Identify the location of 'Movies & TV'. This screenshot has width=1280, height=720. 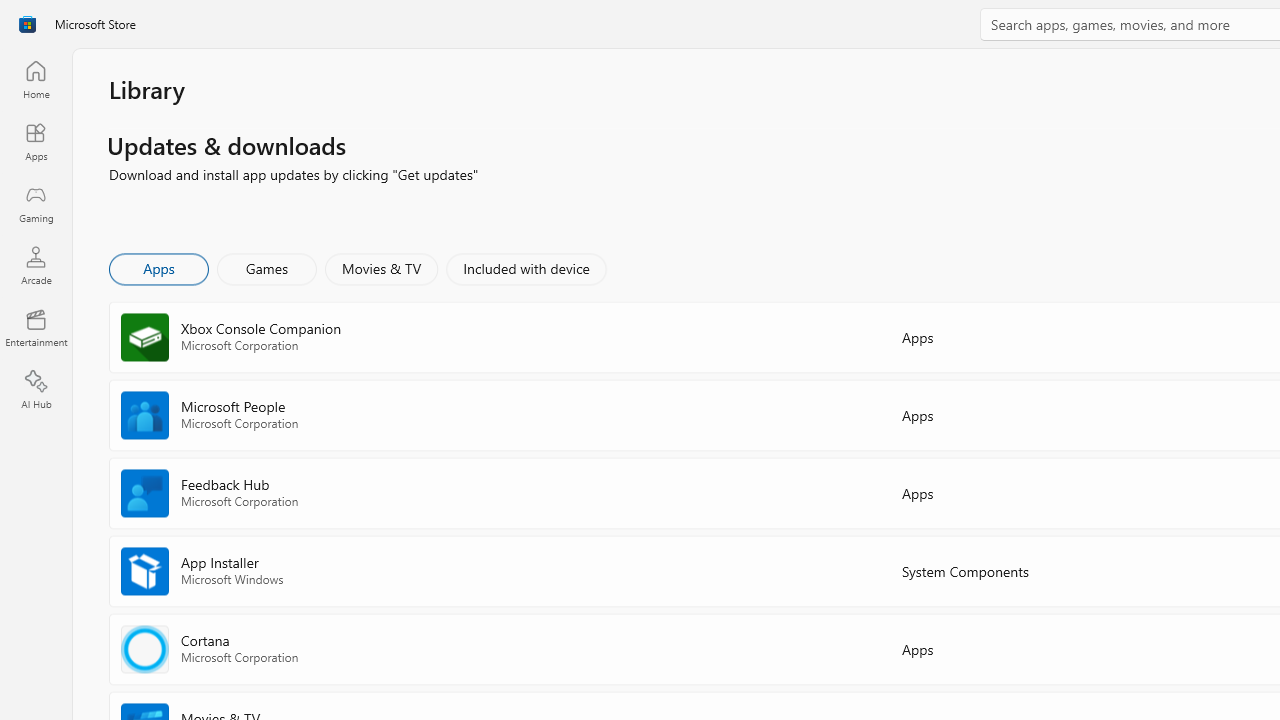
(381, 267).